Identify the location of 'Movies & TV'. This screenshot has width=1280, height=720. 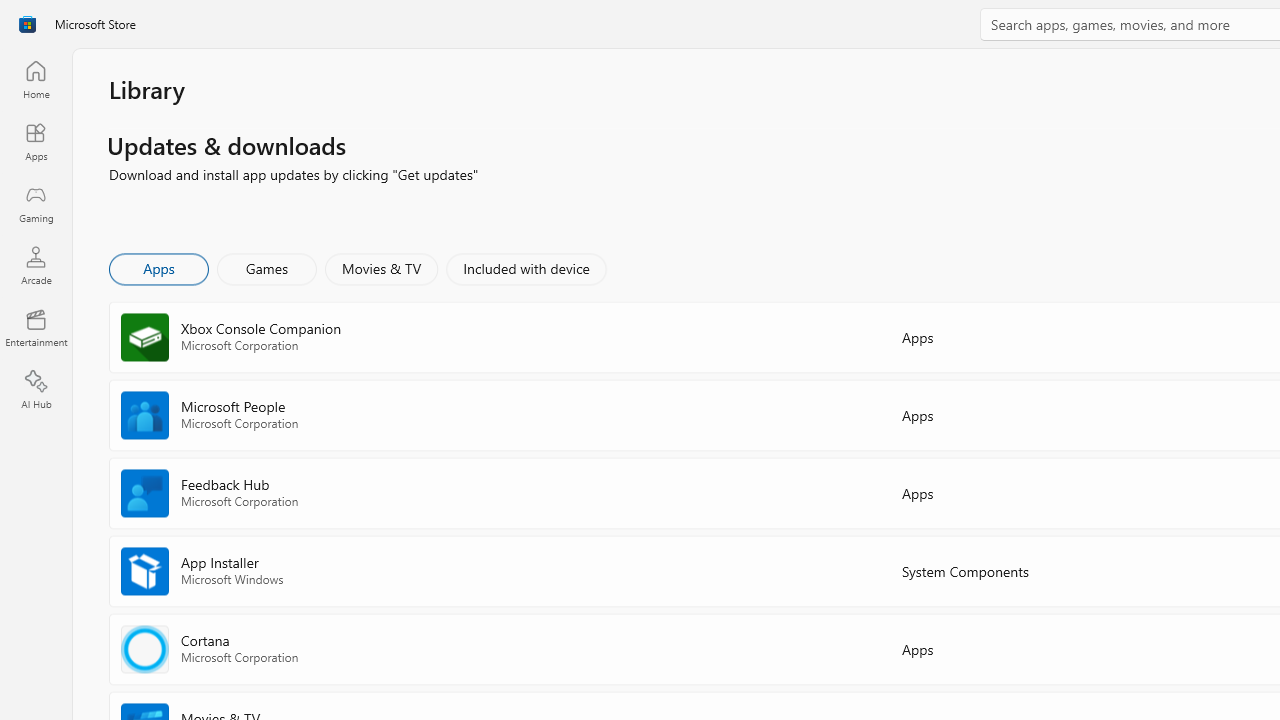
(381, 267).